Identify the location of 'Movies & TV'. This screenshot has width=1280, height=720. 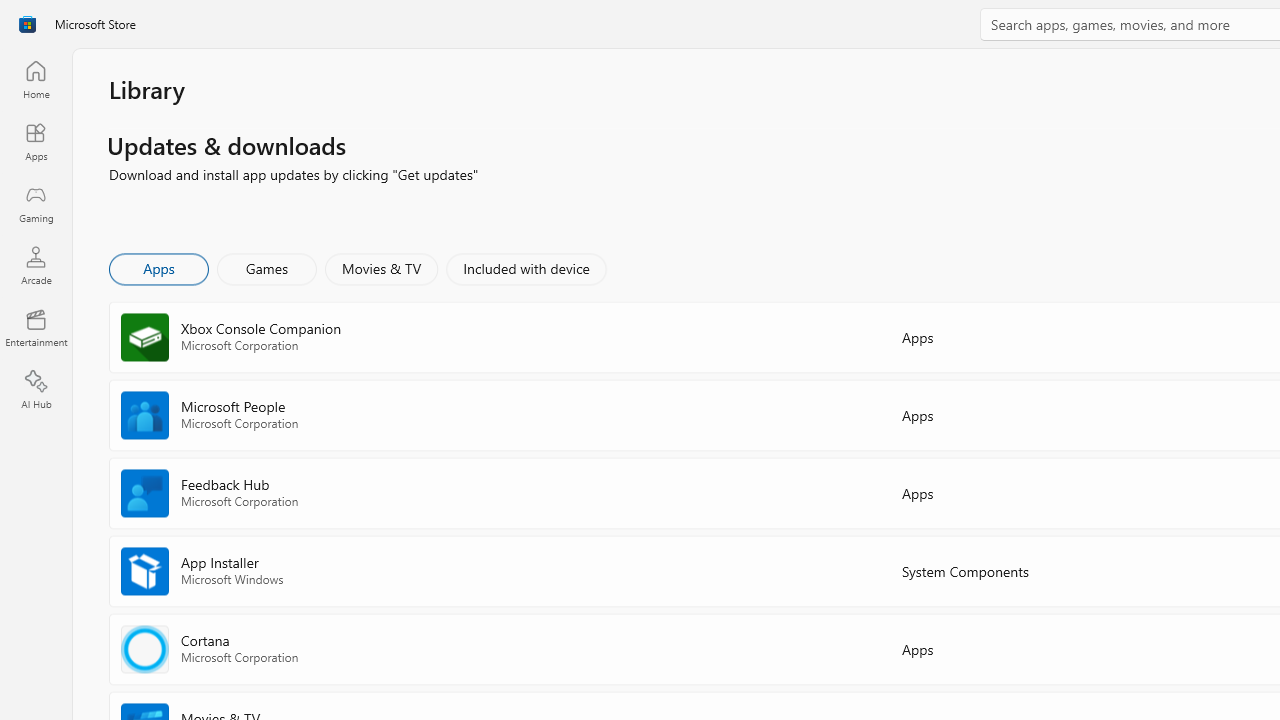
(381, 267).